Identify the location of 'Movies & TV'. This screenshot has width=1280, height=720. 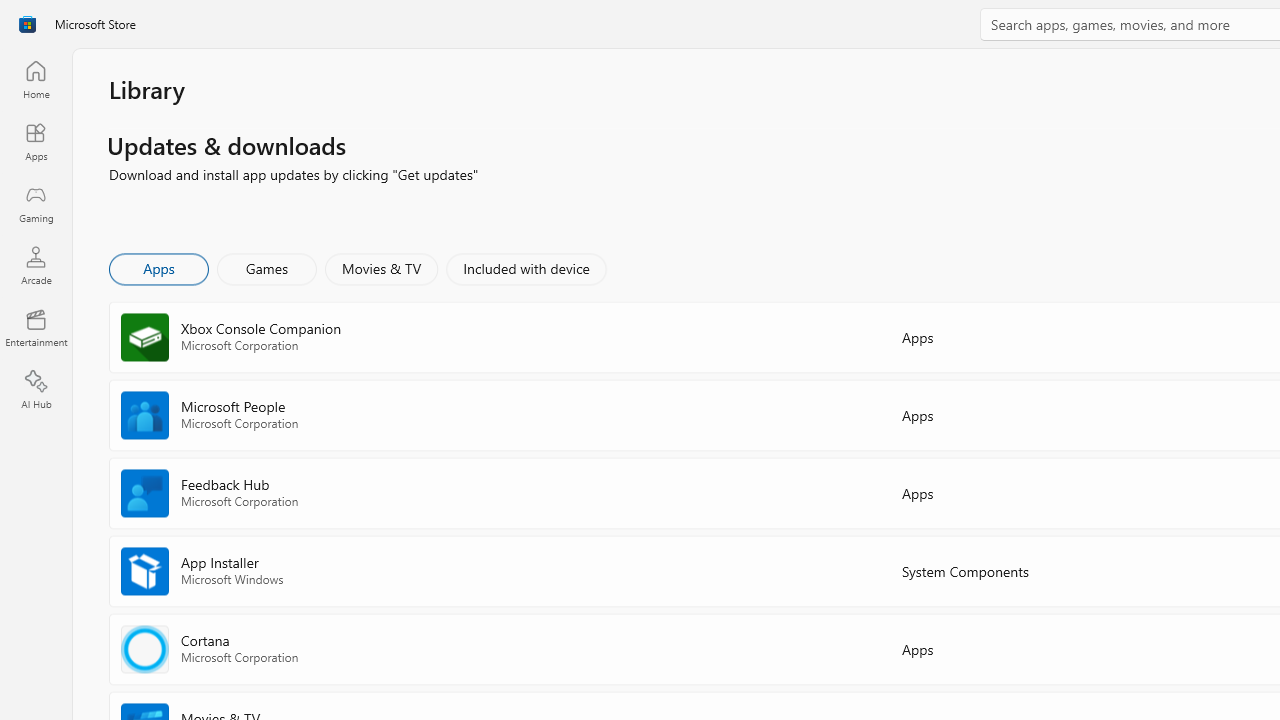
(381, 267).